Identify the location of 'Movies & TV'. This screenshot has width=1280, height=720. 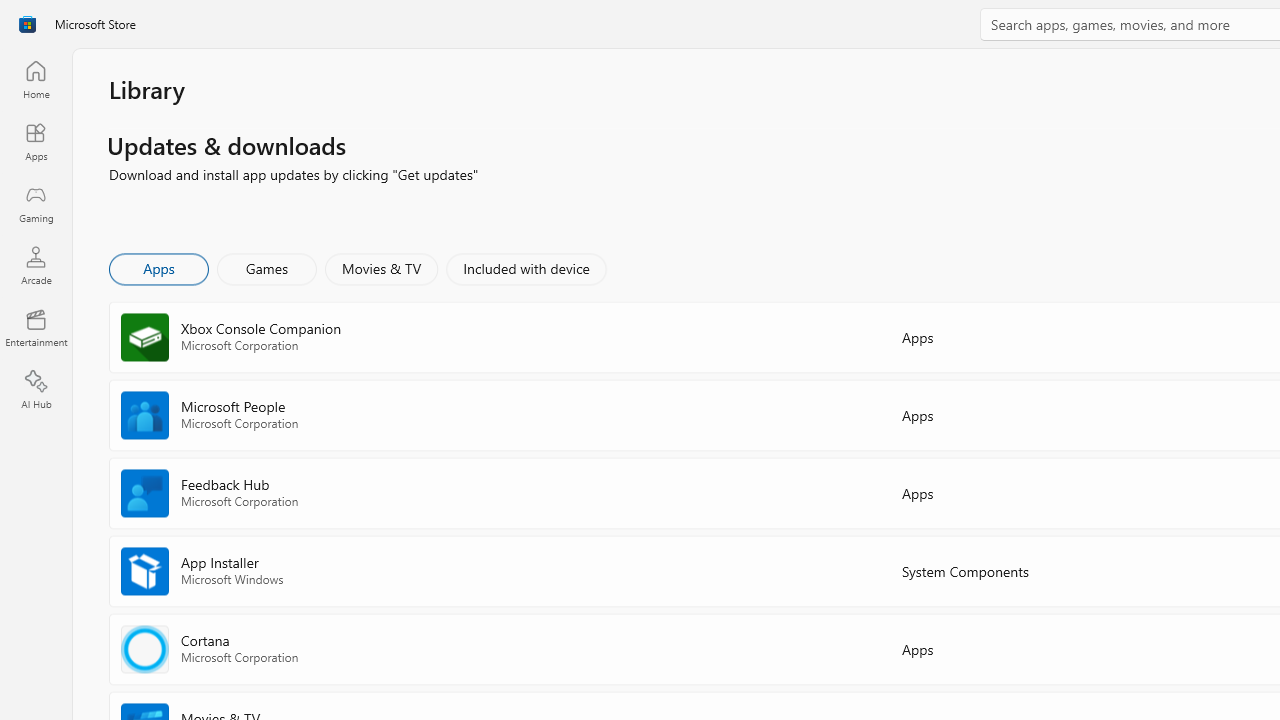
(381, 267).